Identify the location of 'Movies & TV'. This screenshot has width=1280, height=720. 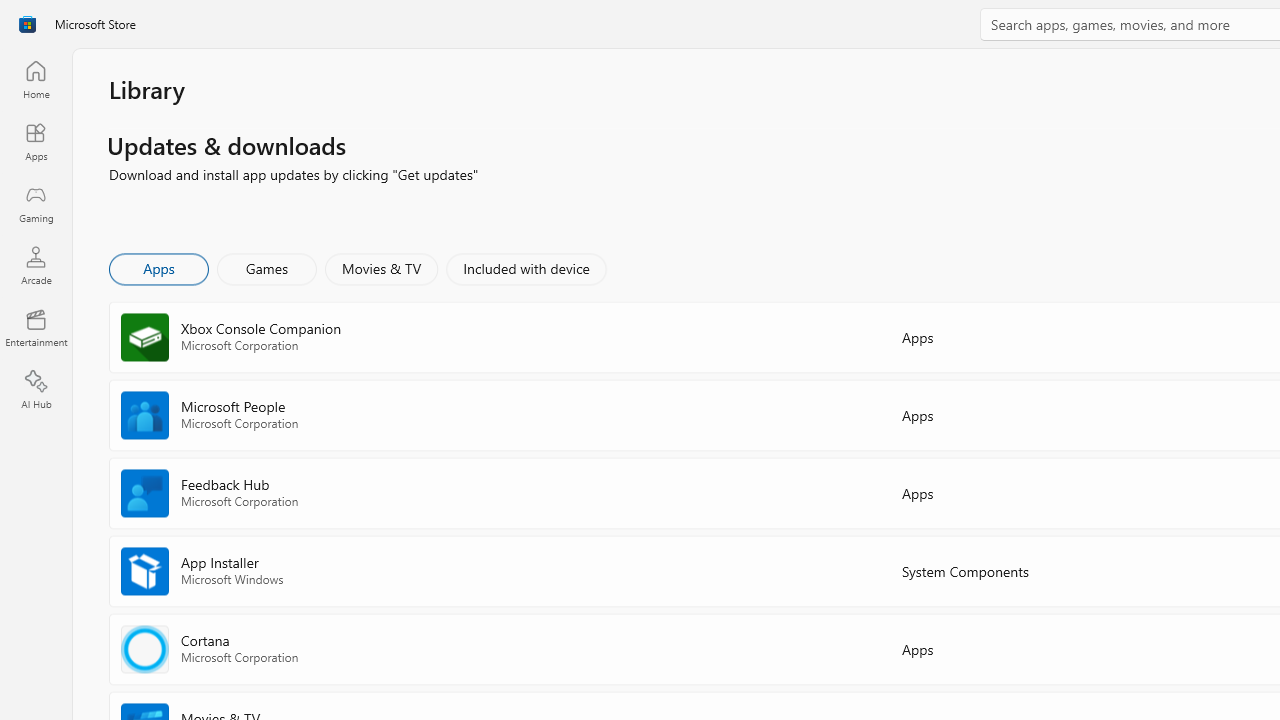
(381, 267).